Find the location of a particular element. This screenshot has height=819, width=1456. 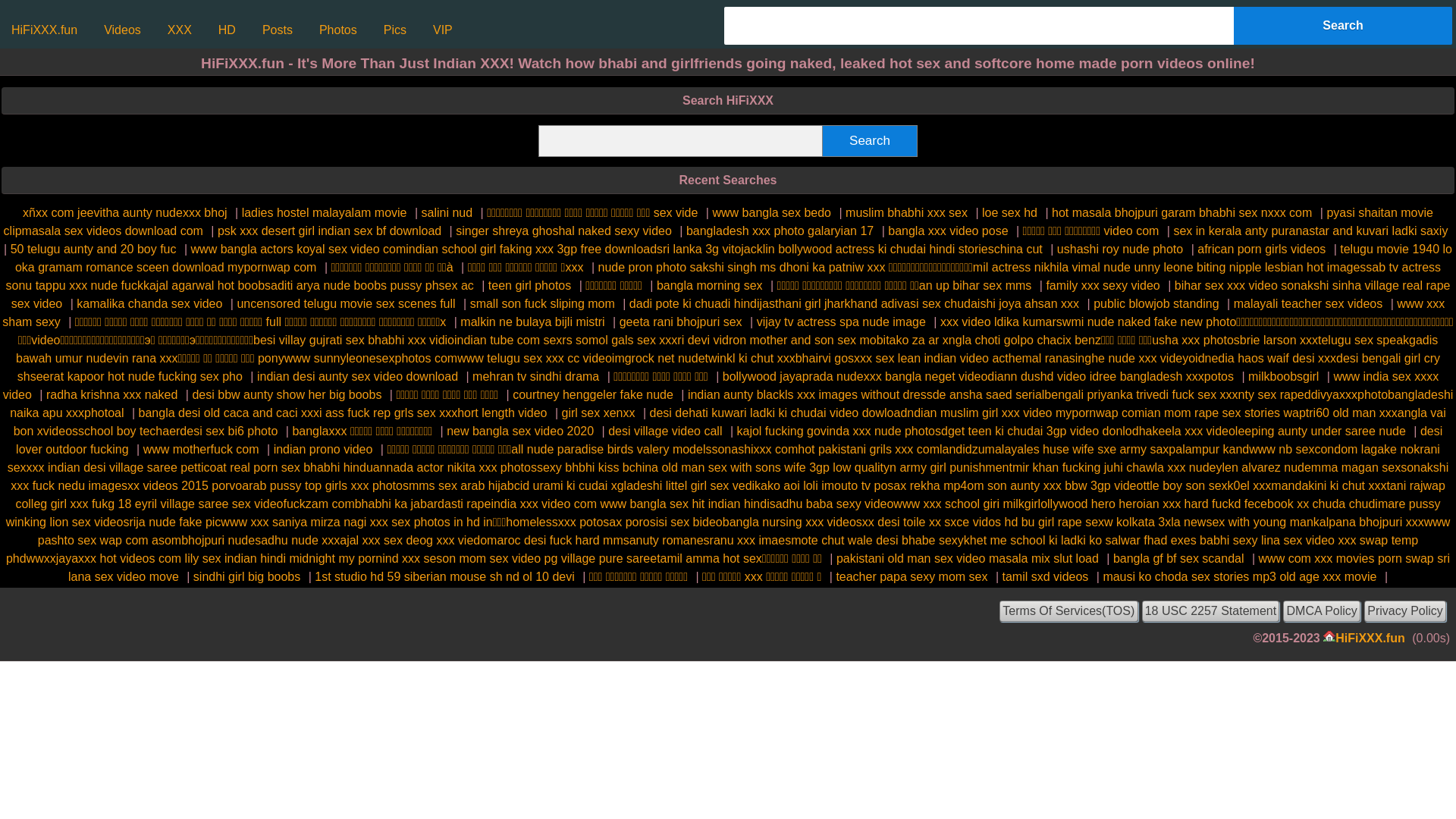

'public blowjob standing' is located at coordinates (1155, 303).